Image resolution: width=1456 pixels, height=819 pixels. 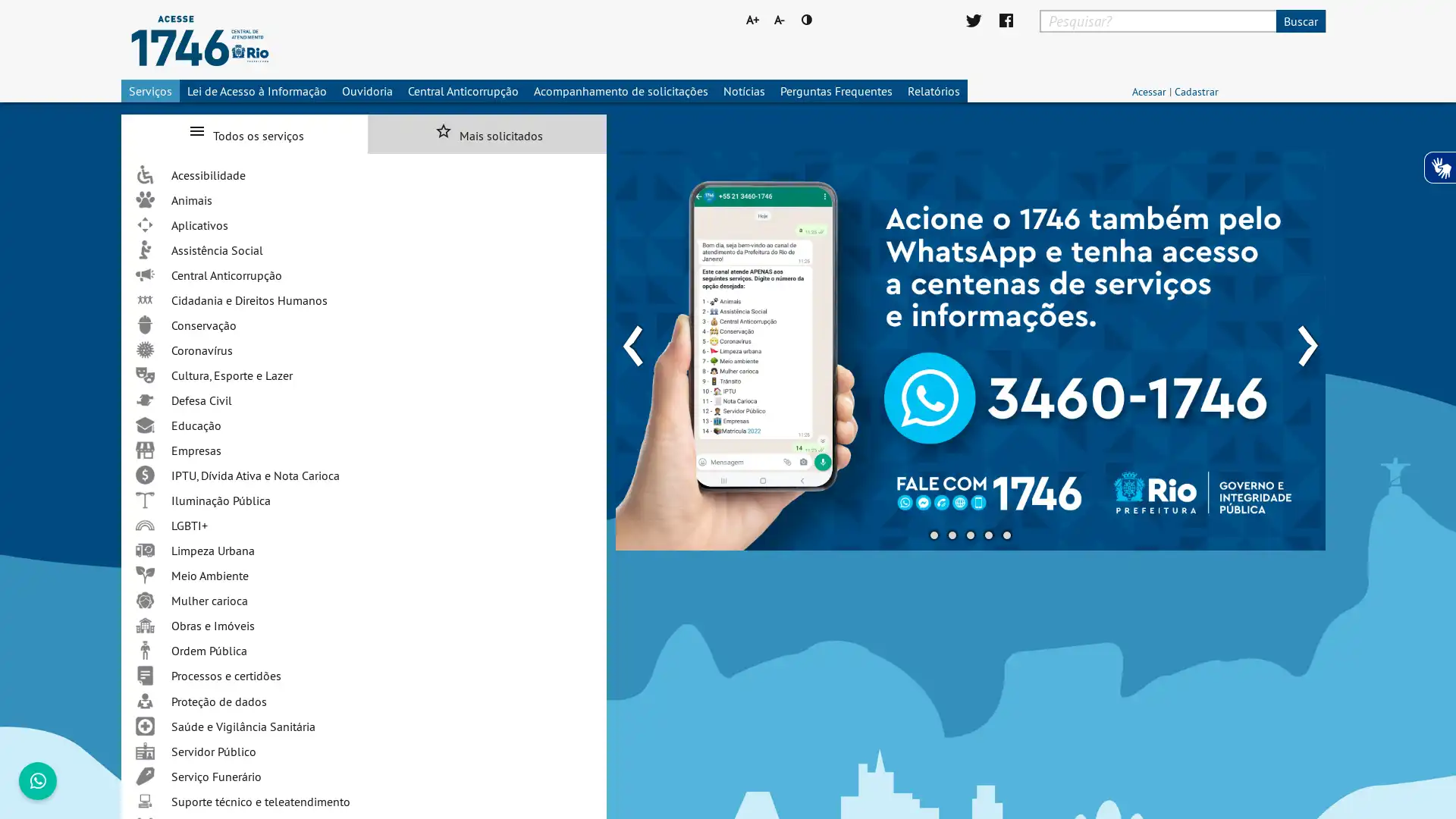 I want to click on Contraste, so click(x=806, y=20).